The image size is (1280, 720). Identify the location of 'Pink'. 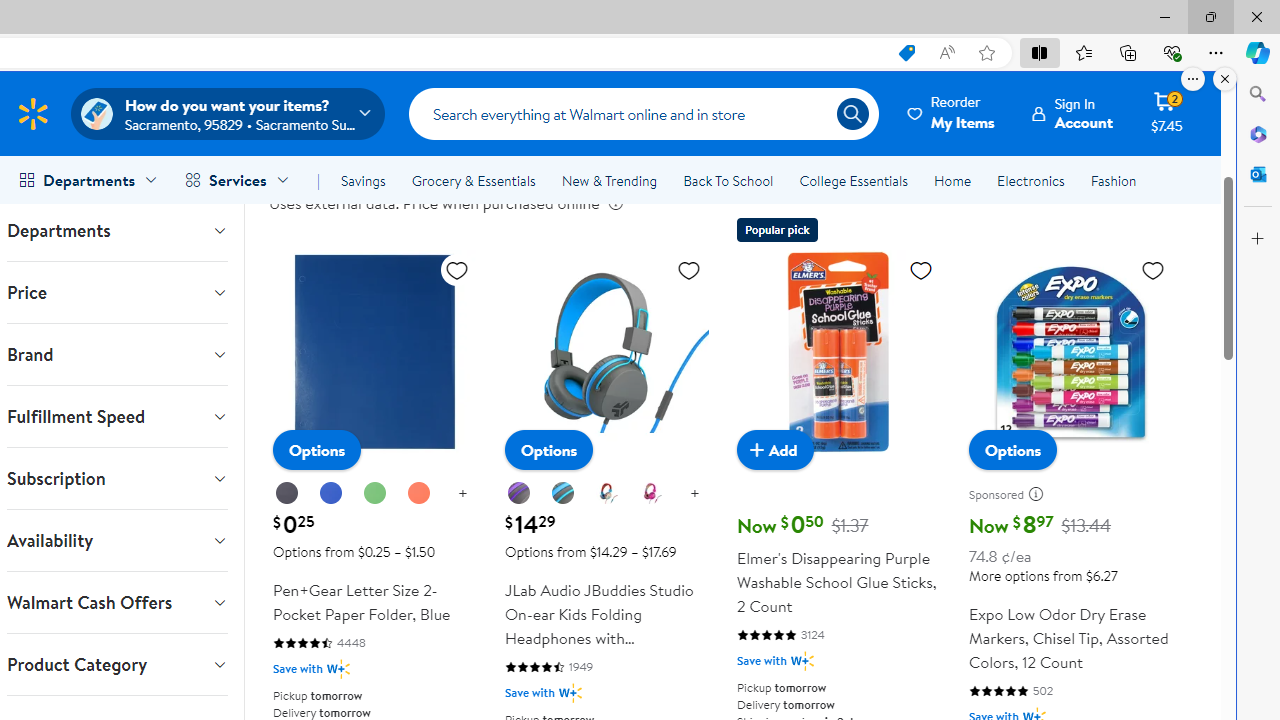
(651, 494).